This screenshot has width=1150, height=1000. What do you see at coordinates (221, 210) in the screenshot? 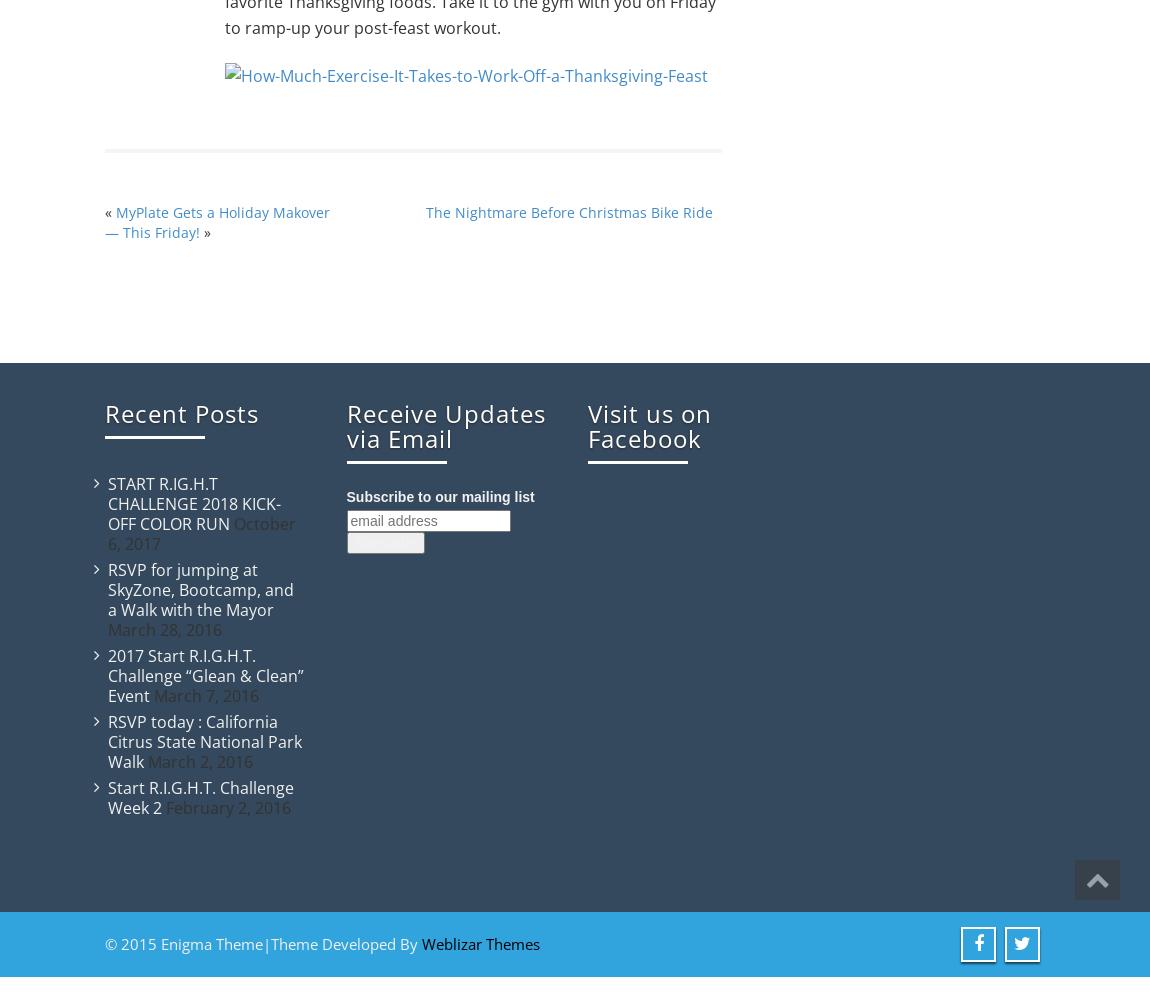
I see `'MyPlate Gets a Holiday Makover'` at bounding box center [221, 210].